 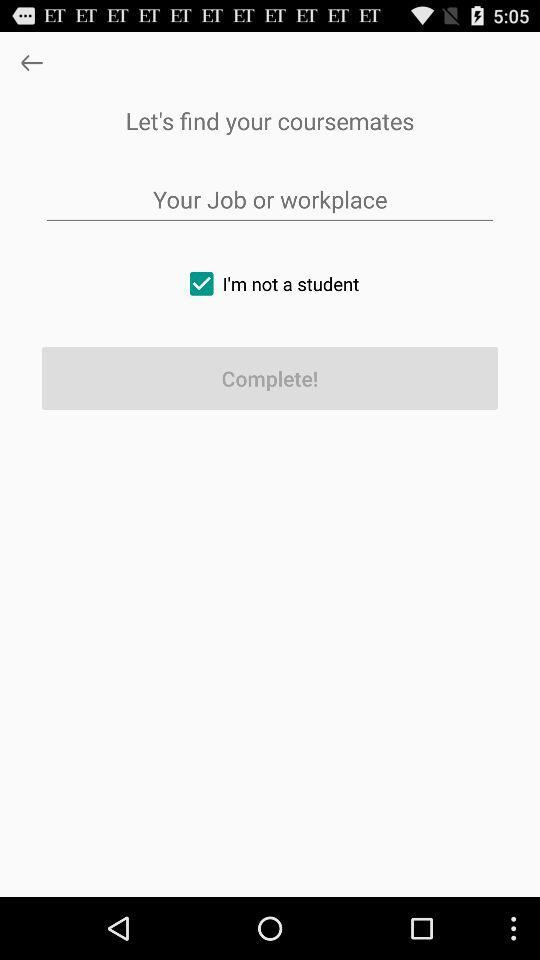 I want to click on go back, so click(x=30, y=62).